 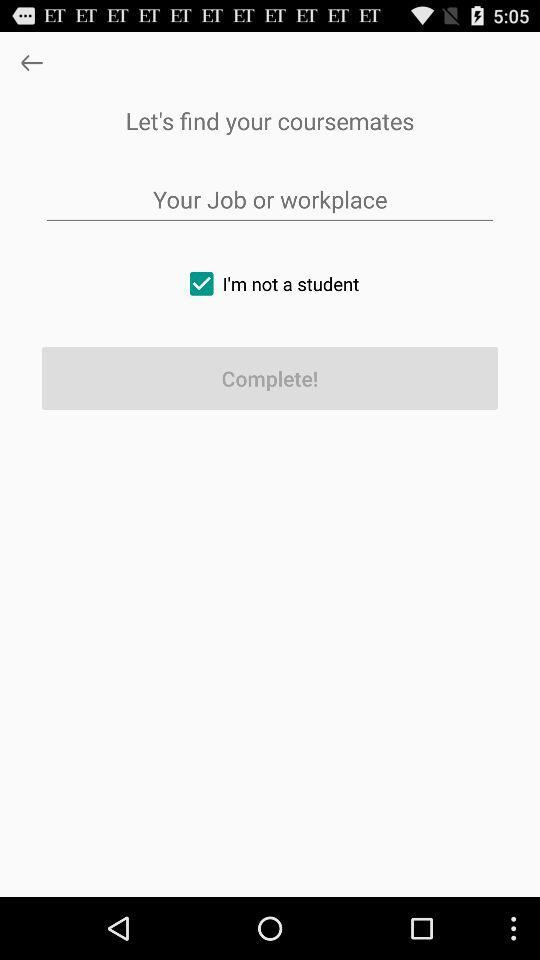 I want to click on go back, so click(x=30, y=62).